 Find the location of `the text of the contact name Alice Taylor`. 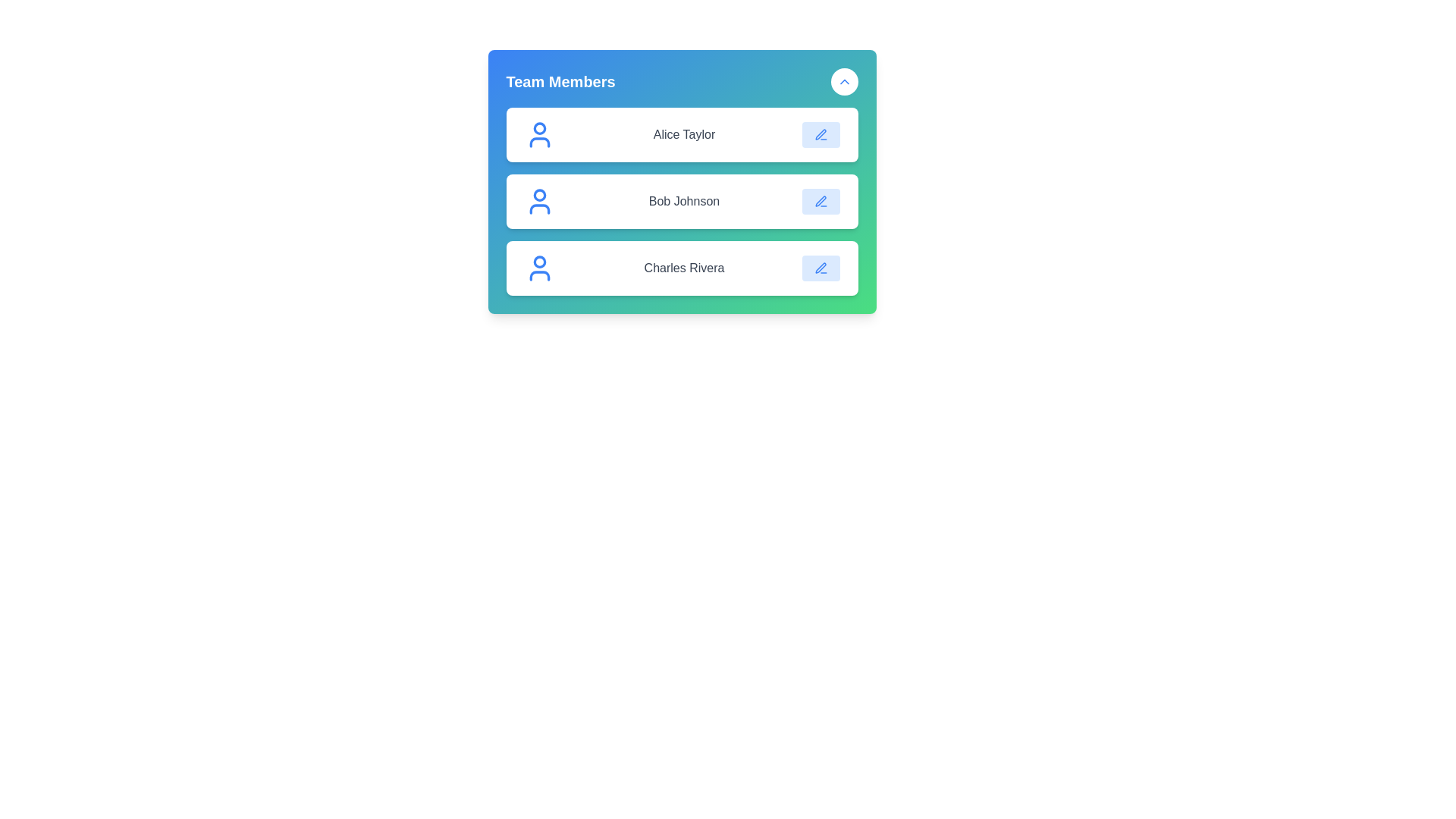

the text of the contact name Alice Taylor is located at coordinates (683, 133).